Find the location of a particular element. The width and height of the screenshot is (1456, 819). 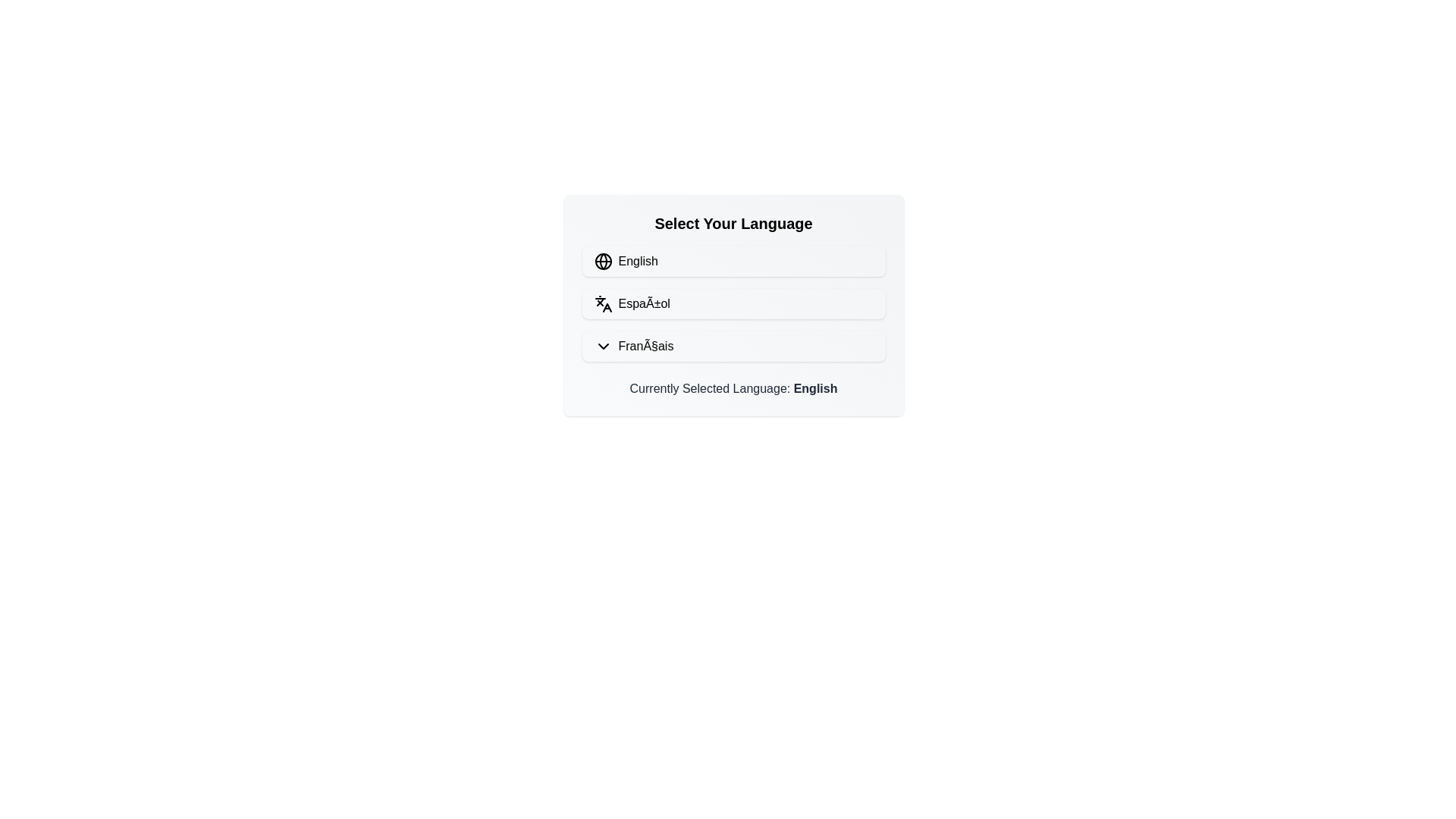

the static text label that displays 'English', which is bold and part of the sentence 'Currently Selected Language: English' is located at coordinates (814, 388).